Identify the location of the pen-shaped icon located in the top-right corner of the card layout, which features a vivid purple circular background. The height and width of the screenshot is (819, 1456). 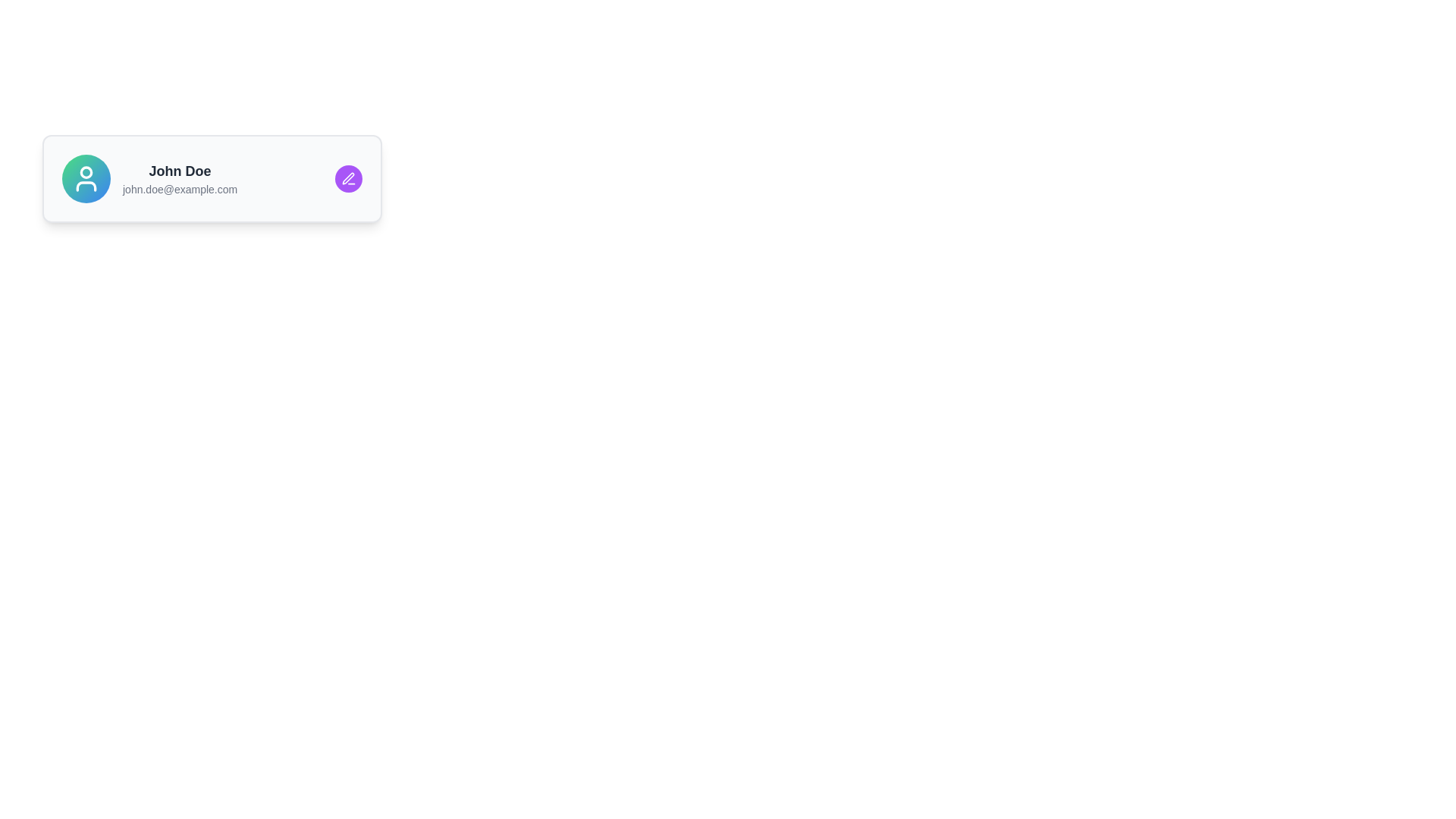
(347, 177).